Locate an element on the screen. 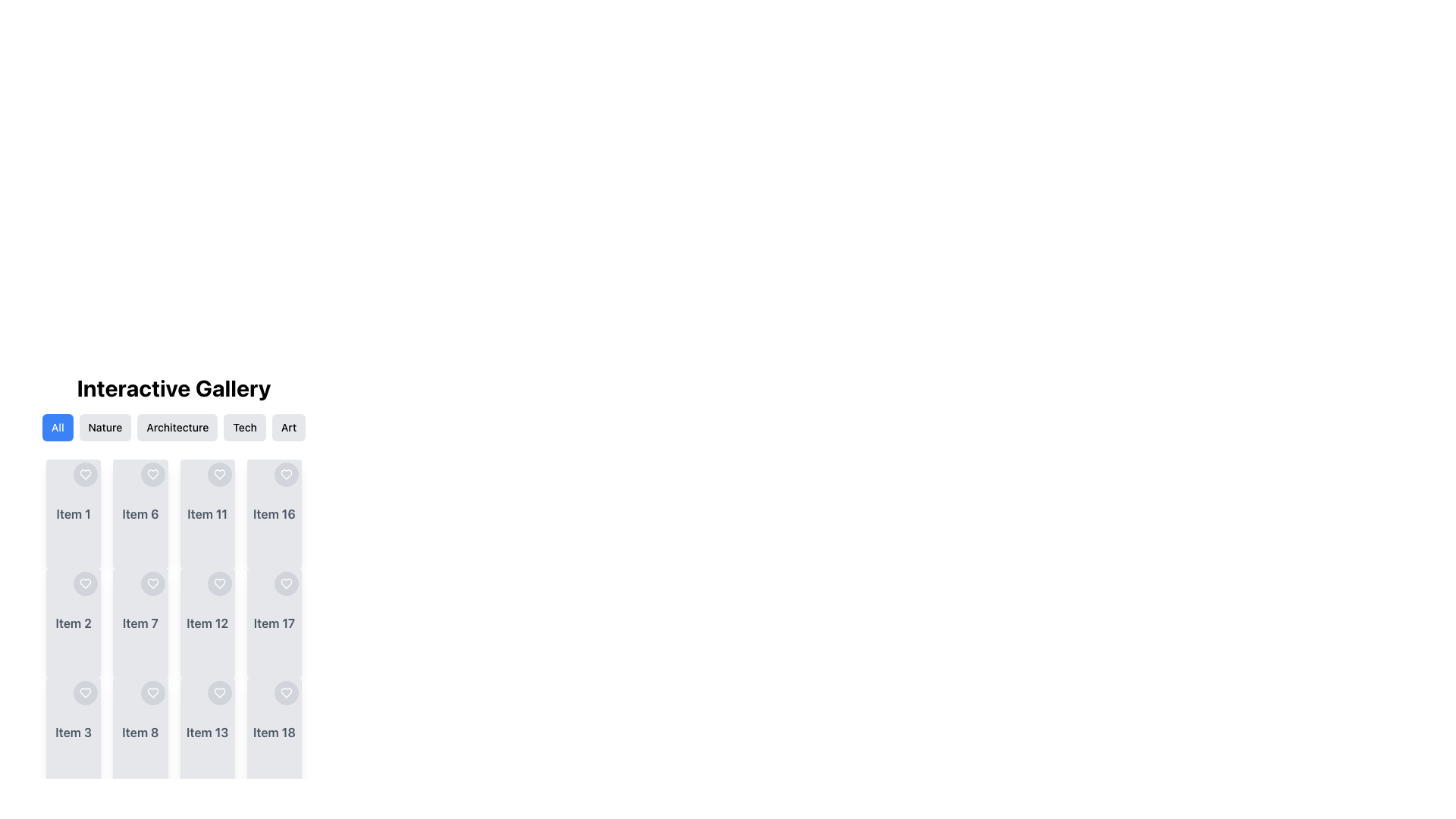  the 'View Details' text label, which is styled with a medium font size and located within a blue button with rounded corners at the bottom-left of the first column in the grid layout is located at coordinates (80, 513).